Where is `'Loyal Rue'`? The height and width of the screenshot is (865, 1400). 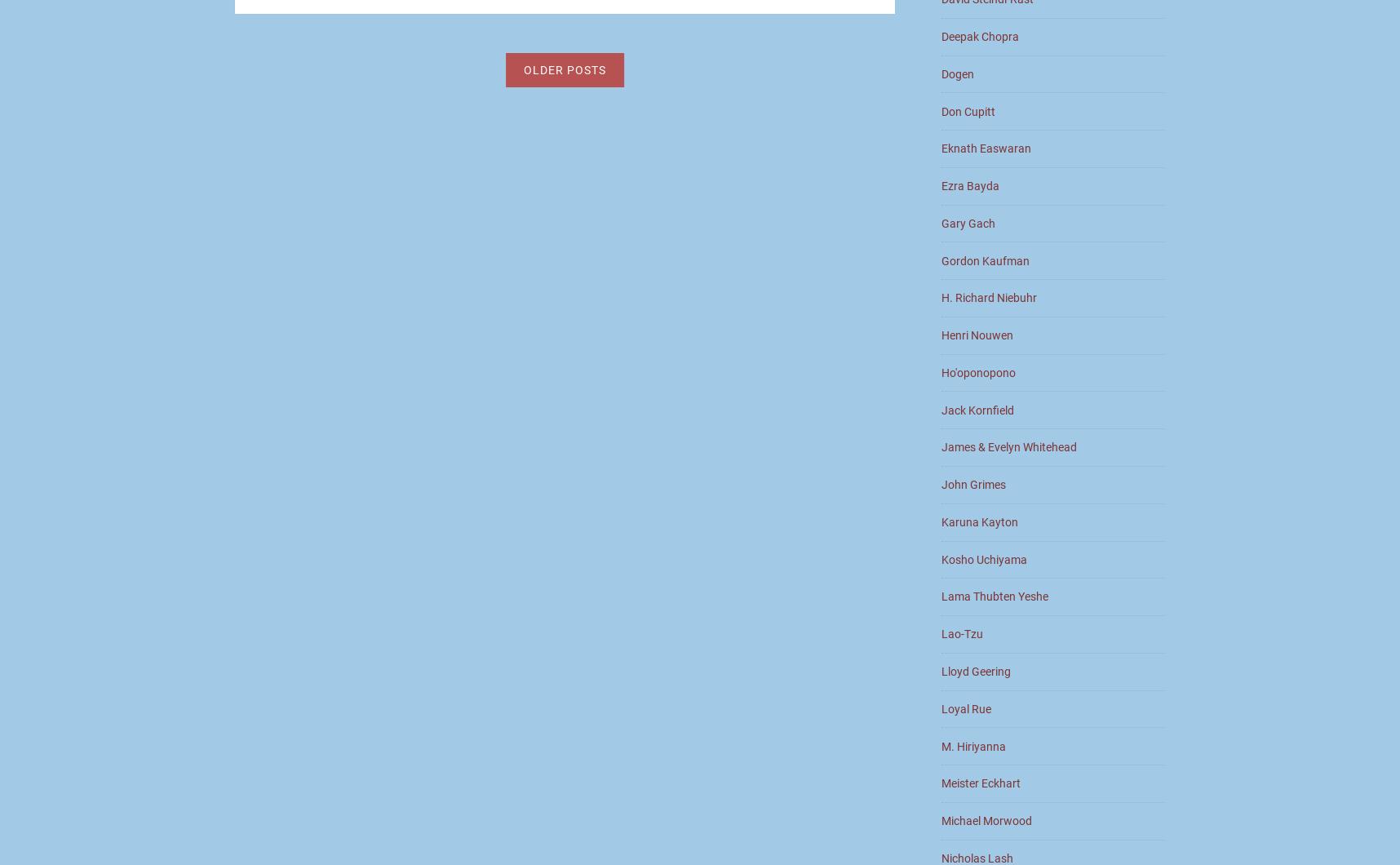 'Loyal Rue' is located at coordinates (966, 708).